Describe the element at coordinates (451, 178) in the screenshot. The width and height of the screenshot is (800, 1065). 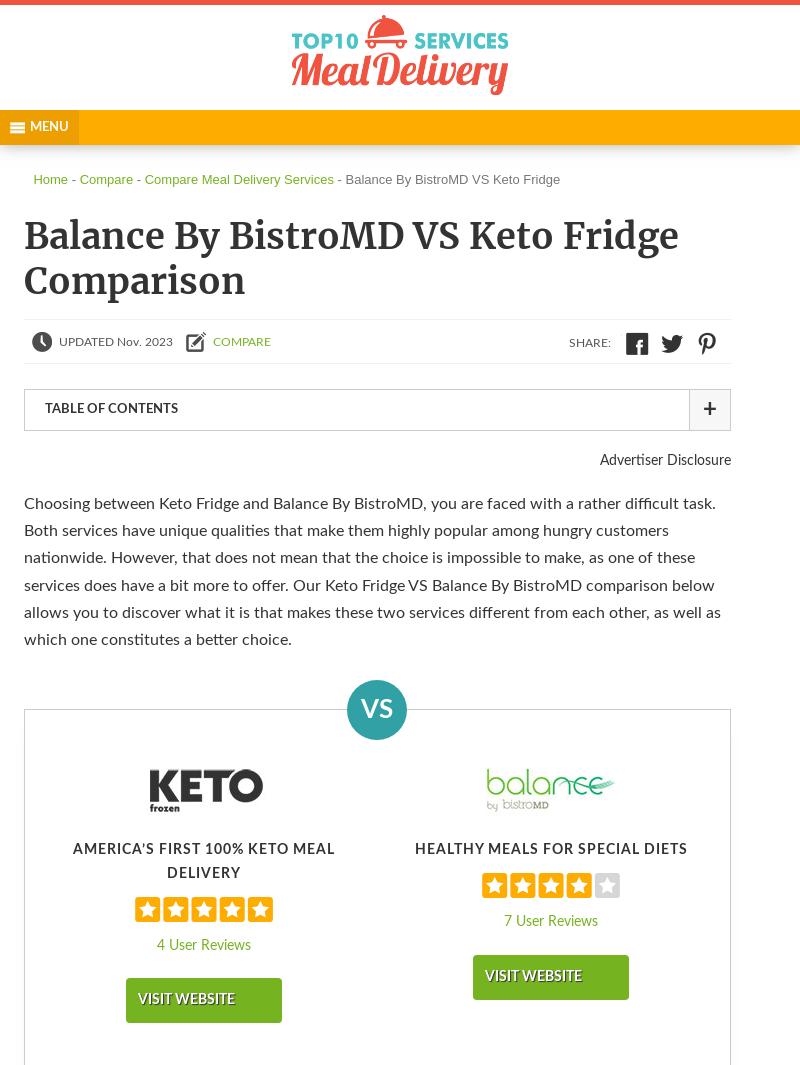
I see `'Balance By BistroMD VS Keto Fridge'` at that location.